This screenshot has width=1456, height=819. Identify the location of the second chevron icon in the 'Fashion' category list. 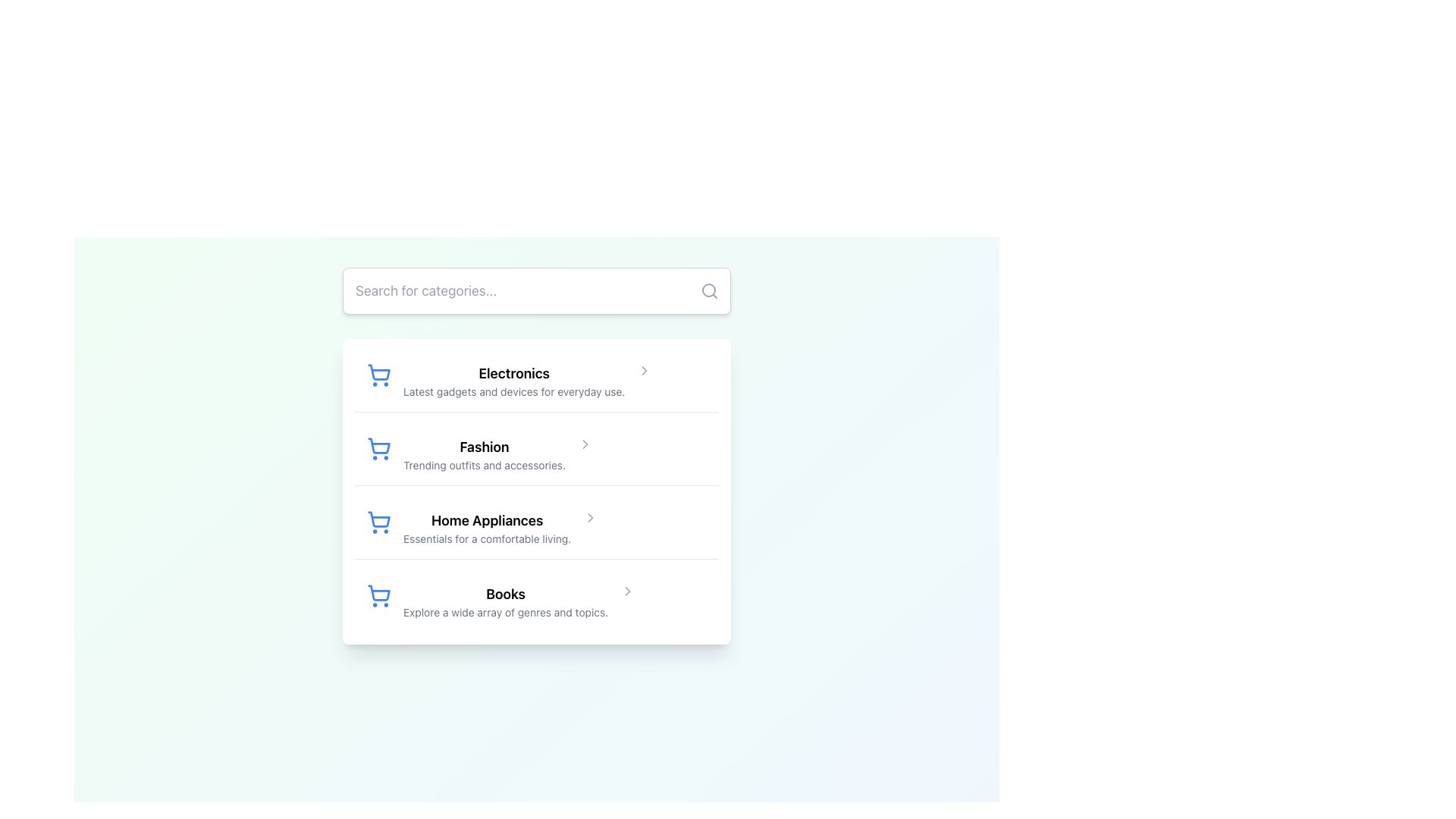
(585, 444).